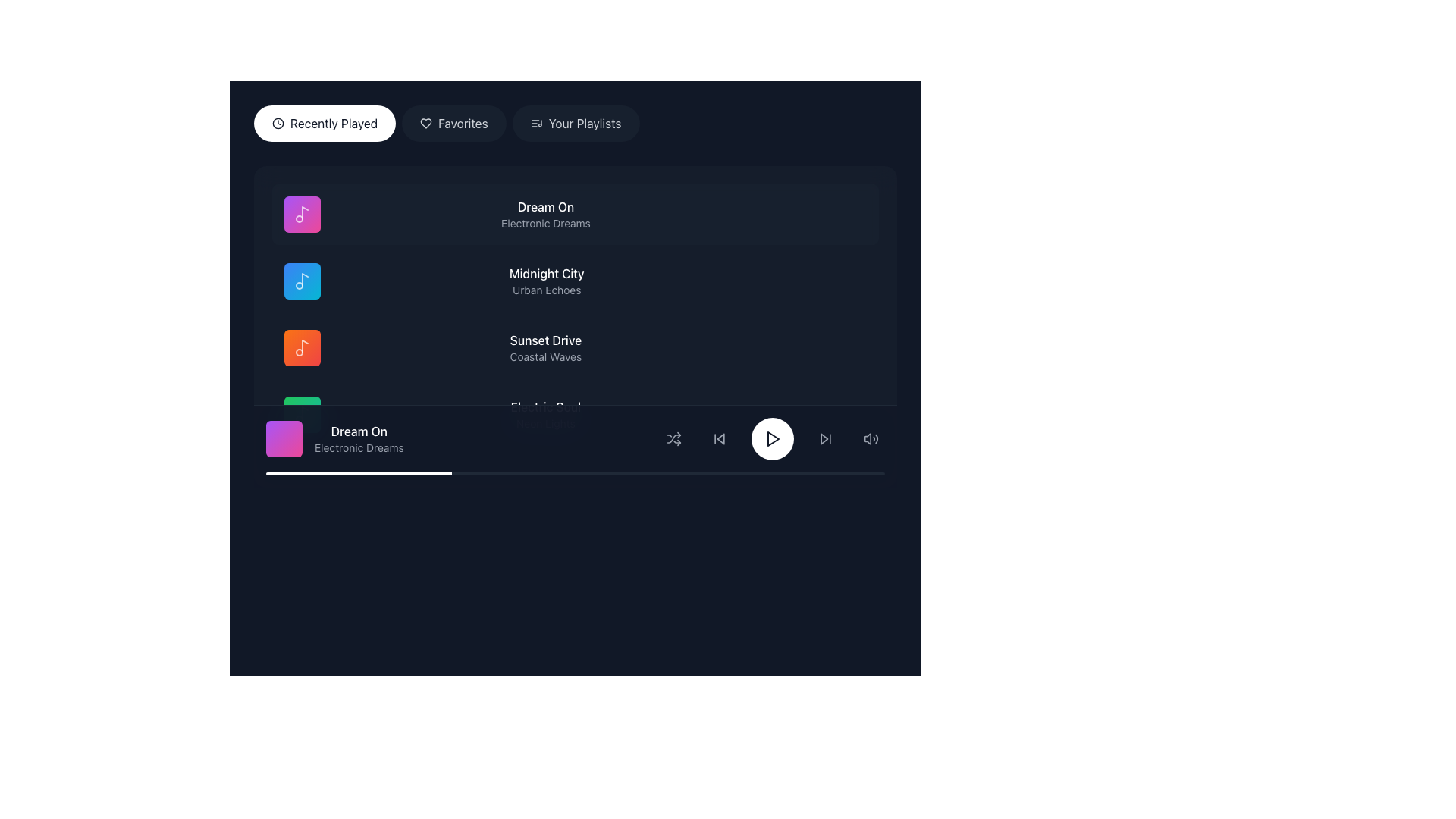  I want to click on progress, so click(625, 472).